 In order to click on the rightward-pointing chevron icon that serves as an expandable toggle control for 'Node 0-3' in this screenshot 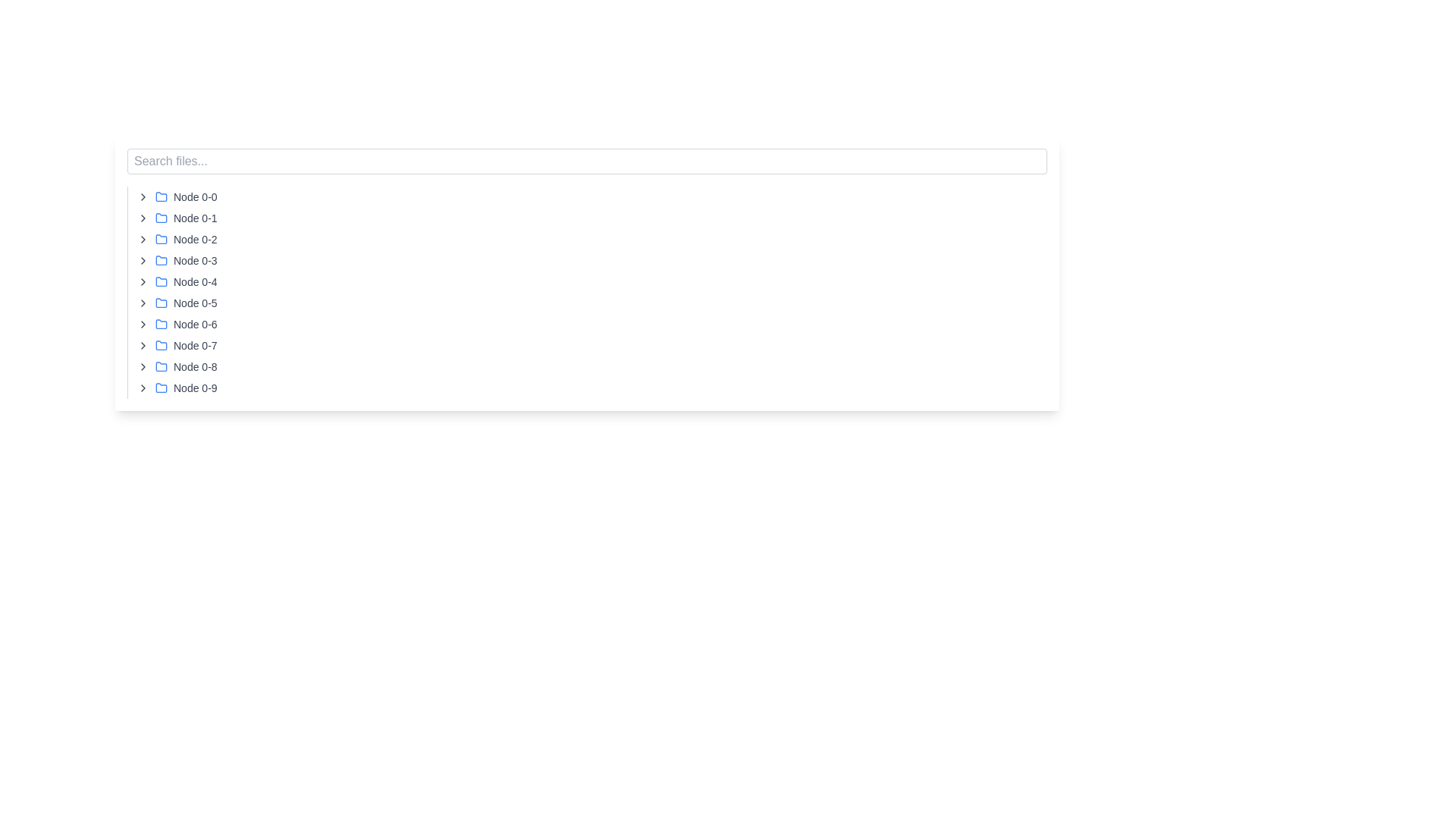, I will do `click(143, 259)`.